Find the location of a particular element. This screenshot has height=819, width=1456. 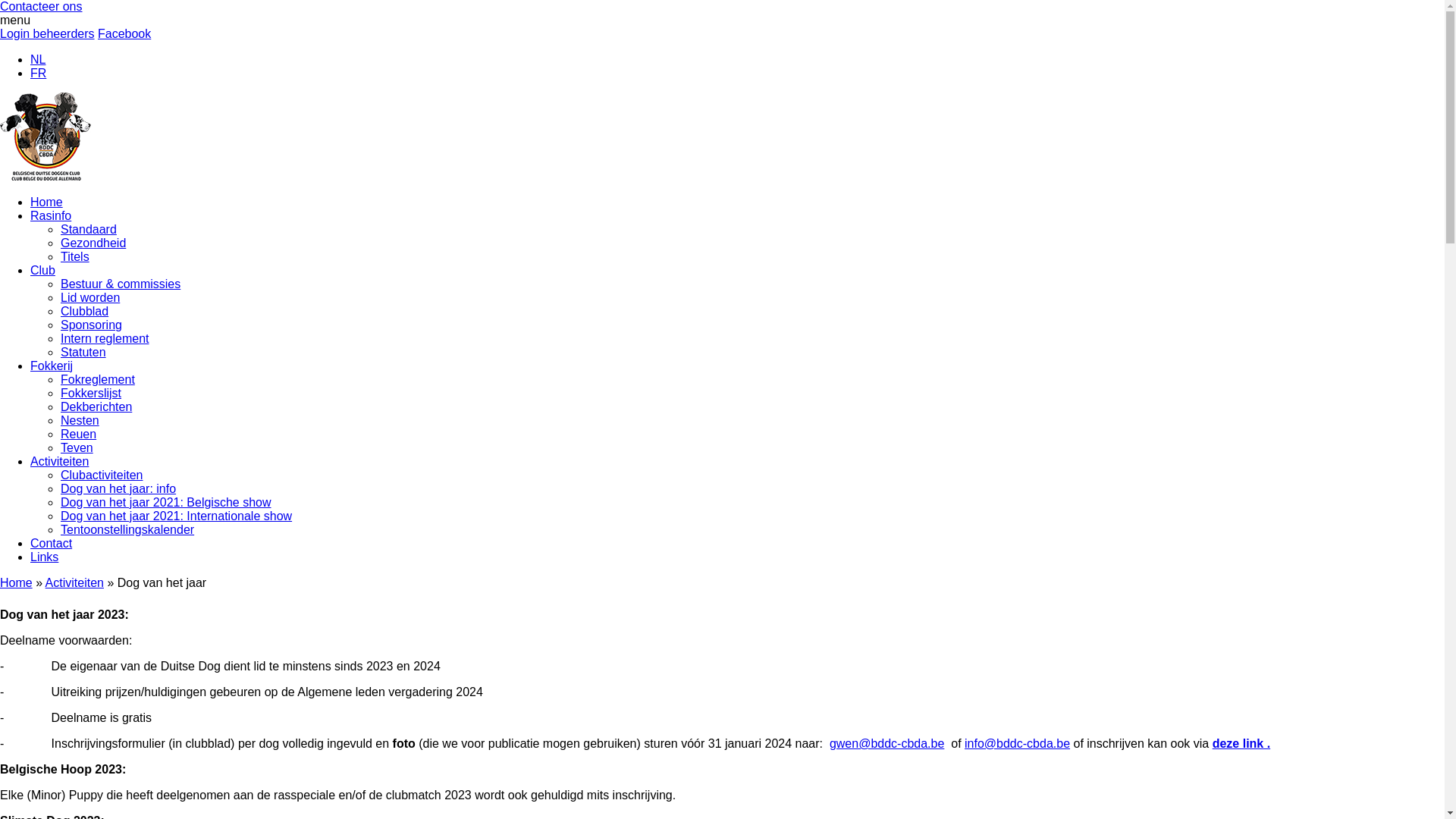

'deze link .' is located at coordinates (1211, 742).